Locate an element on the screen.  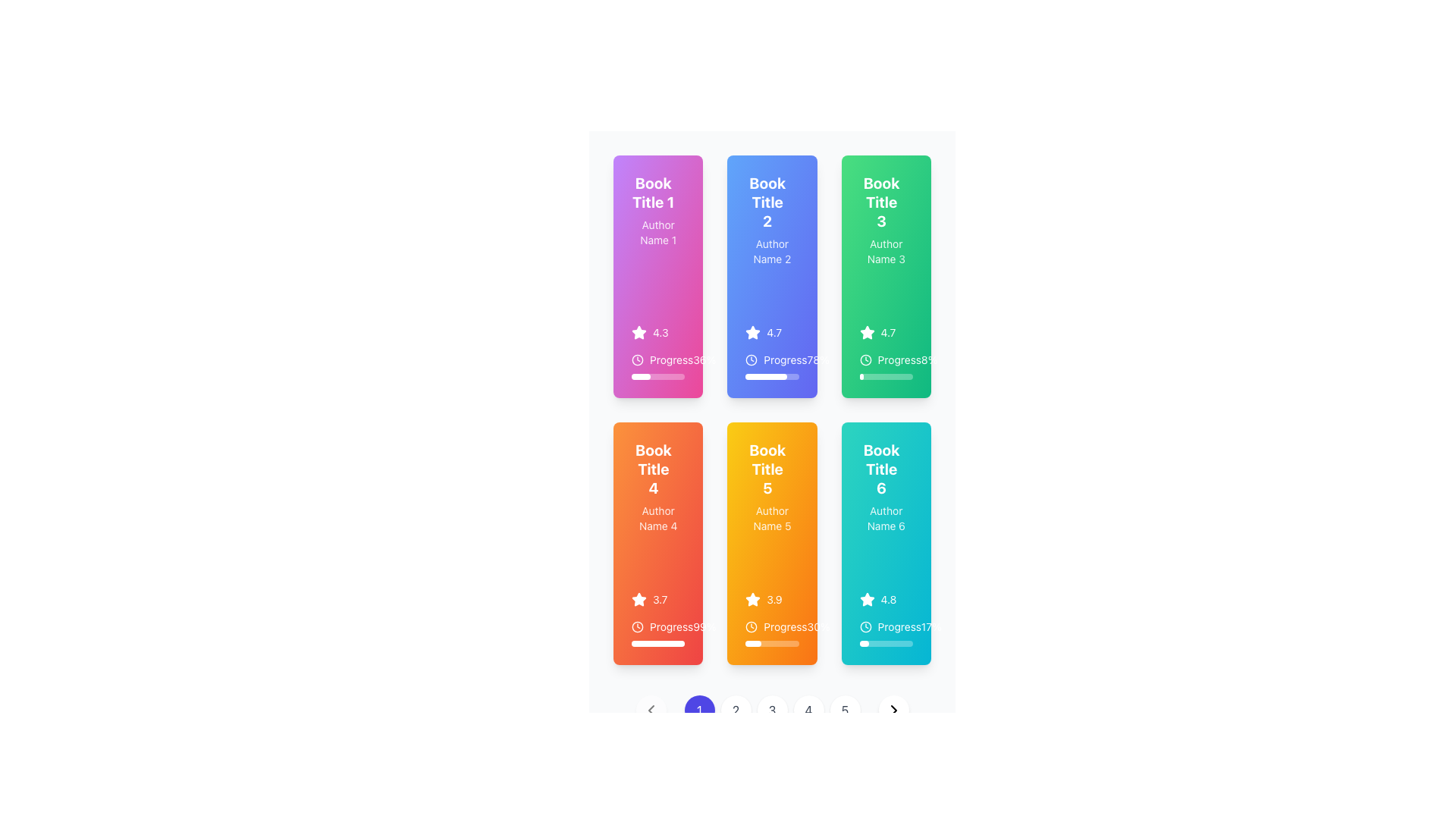
the text label reading 'Author Name 2', which is displayed in a smaller font size with reduced opacity on a blue card, located near the bottom of the card is located at coordinates (772, 250).